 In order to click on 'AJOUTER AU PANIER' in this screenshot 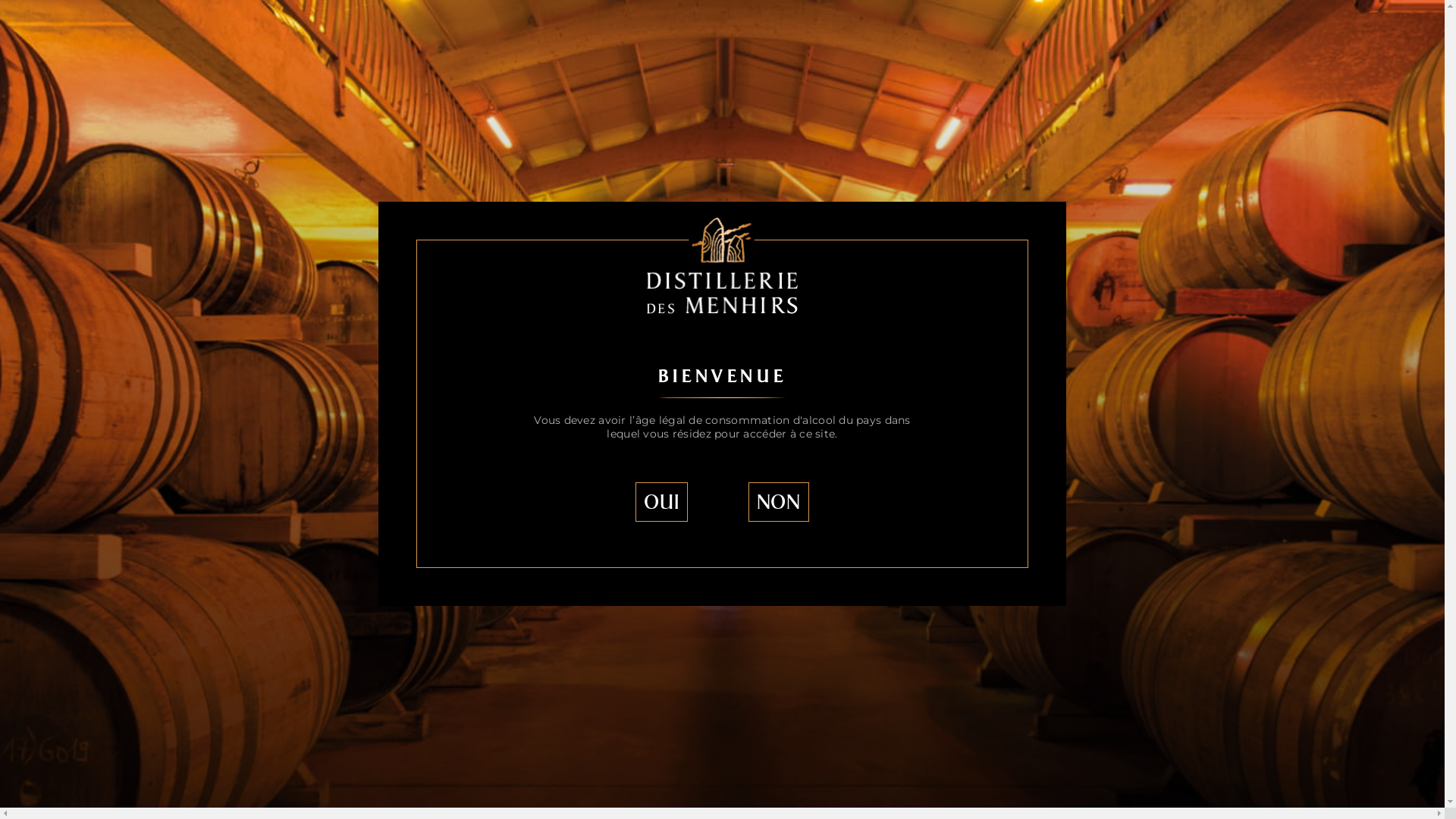, I will do `click(1115, 216)`.